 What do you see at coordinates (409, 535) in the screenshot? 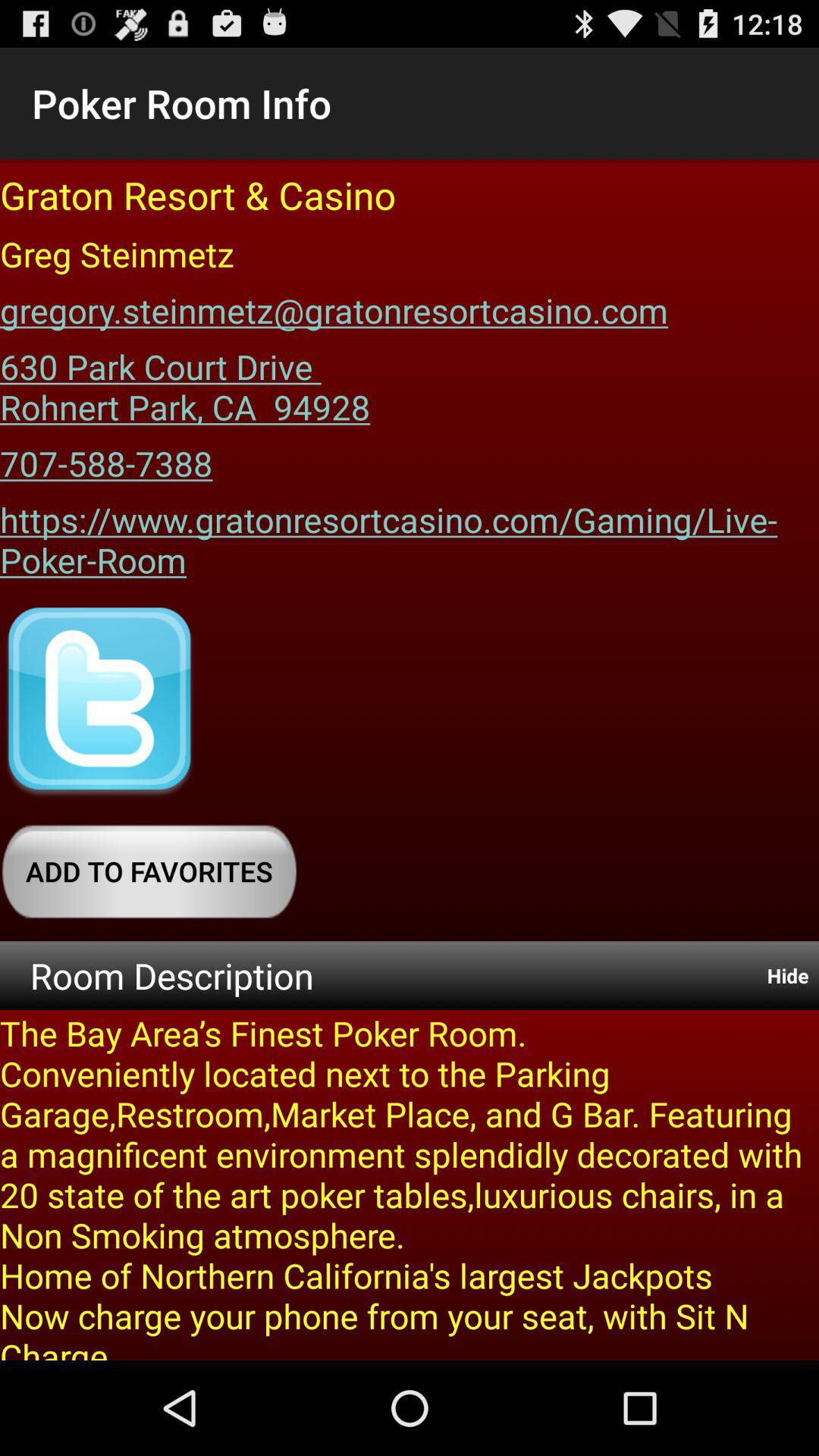
I see `https www gratonresortcasino icon` at bounding box center [409, 535].